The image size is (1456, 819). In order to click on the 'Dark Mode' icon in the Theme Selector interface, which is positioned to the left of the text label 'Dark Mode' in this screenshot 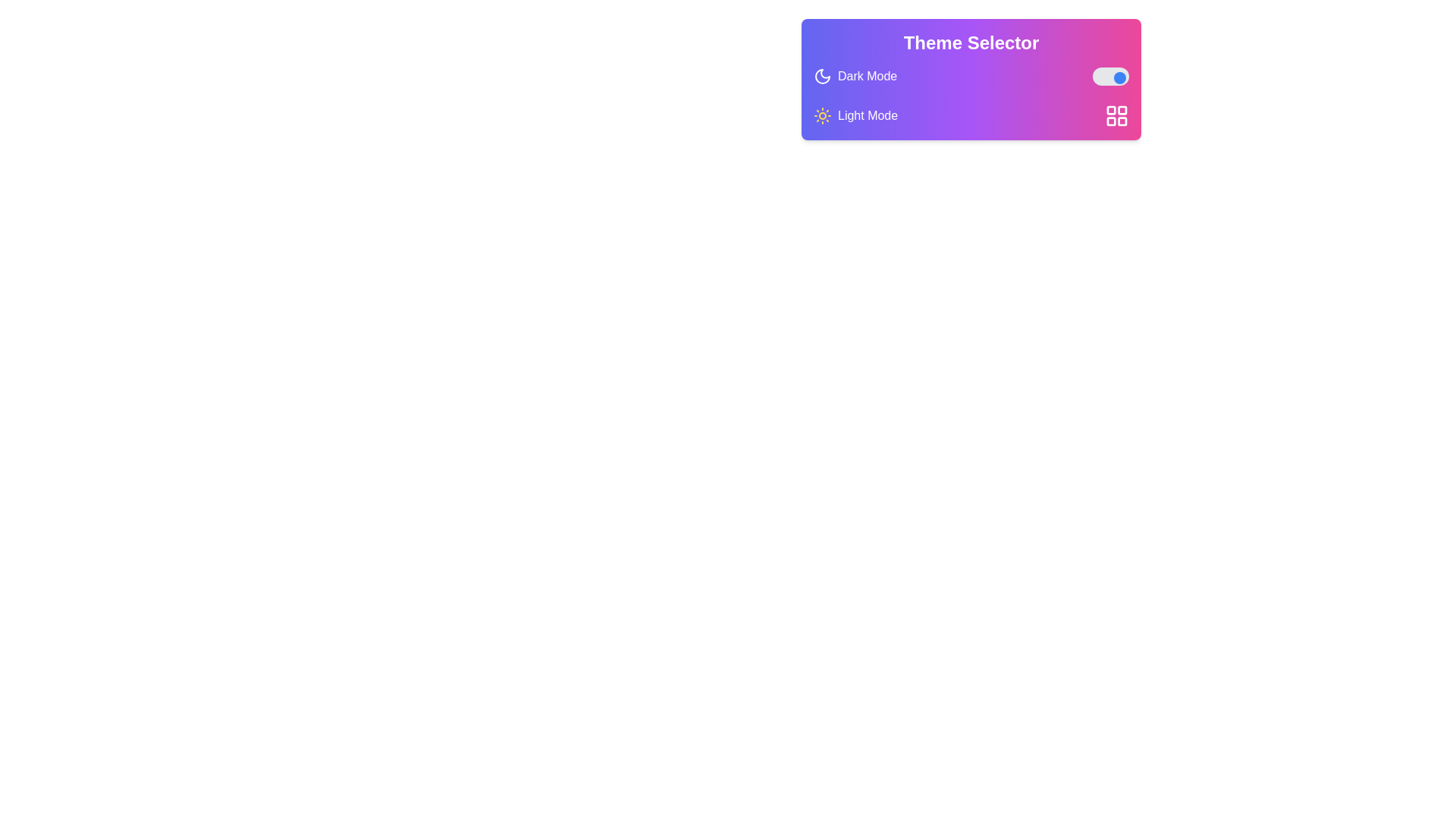, I will do `click(821, 76)`.